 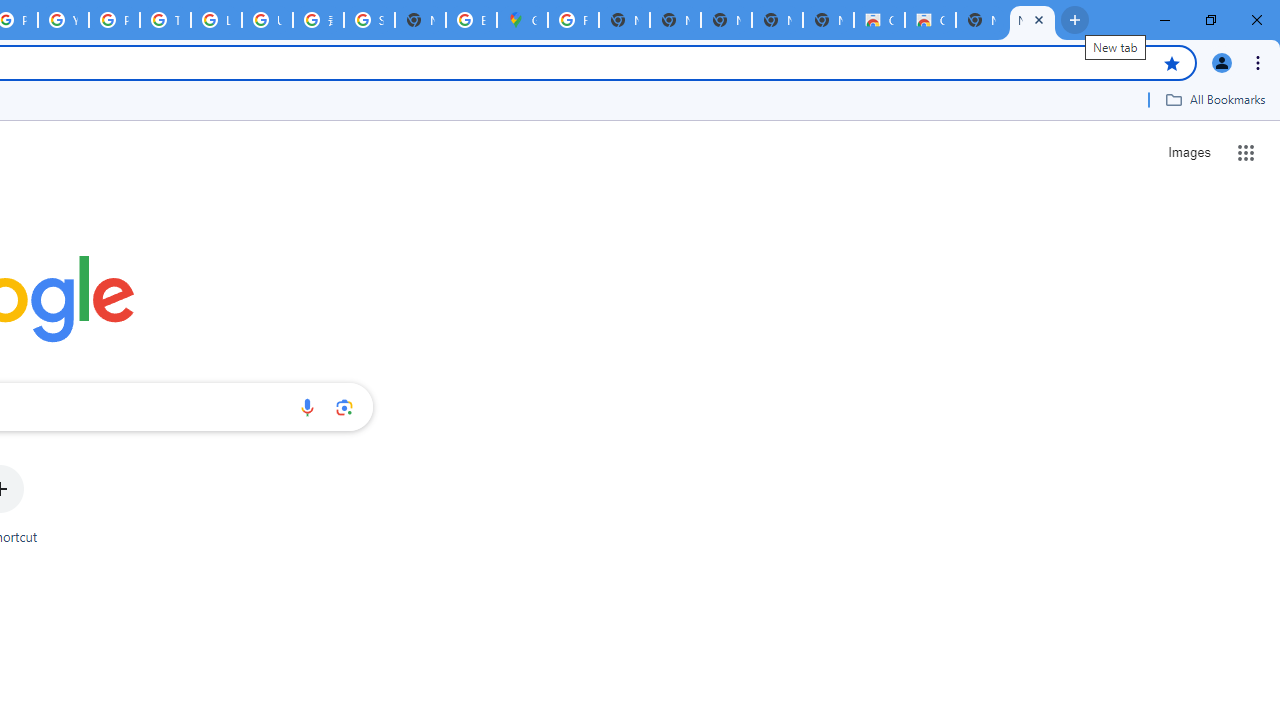 What do you see at coordinates (369, 20) in the screenshot?
I see `'Sign in - Google Accounts'` at bounding box center [369, 20].